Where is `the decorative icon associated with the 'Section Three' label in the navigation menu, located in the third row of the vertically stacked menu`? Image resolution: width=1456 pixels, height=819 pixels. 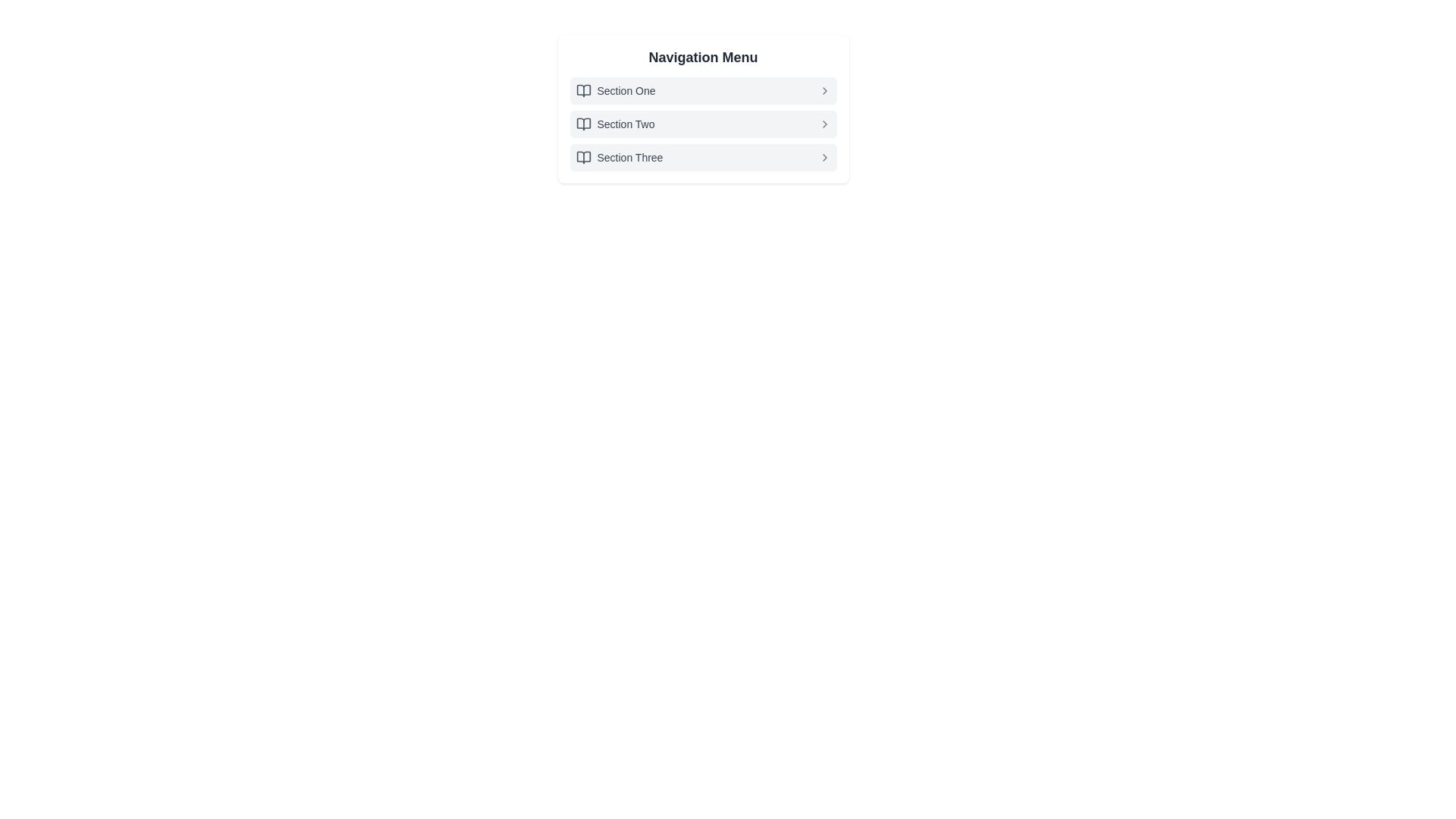
the decorative icon associated with the 'Section Three' label in the navigation menu, located in the third row of the vertically stacked menu is located at coordinates (582, 158).